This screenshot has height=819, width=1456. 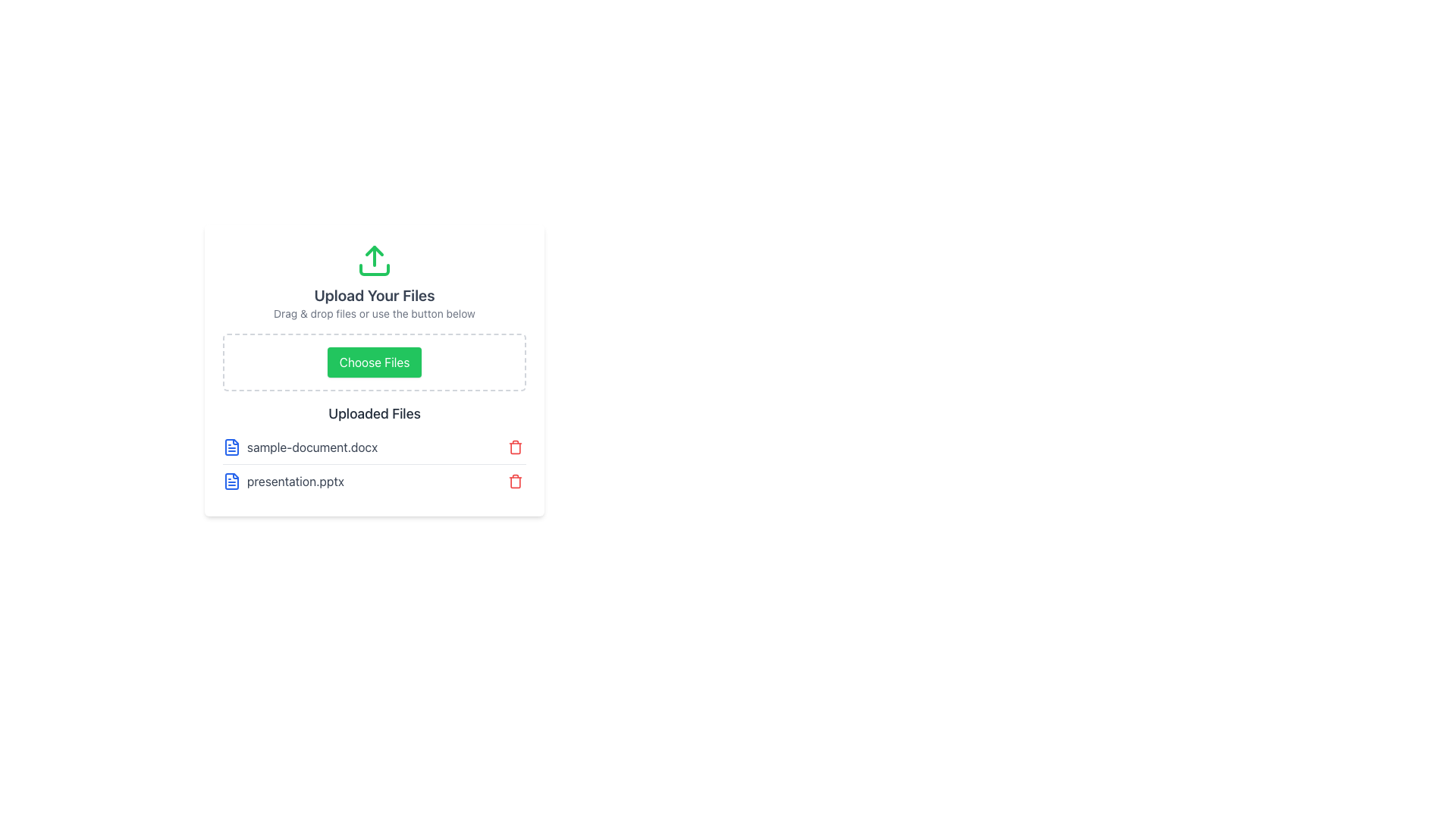 I want to click on the upload icon located above the heading 'Upload Your Files', which represents the file upload functionality, so click(x=375, y=259).